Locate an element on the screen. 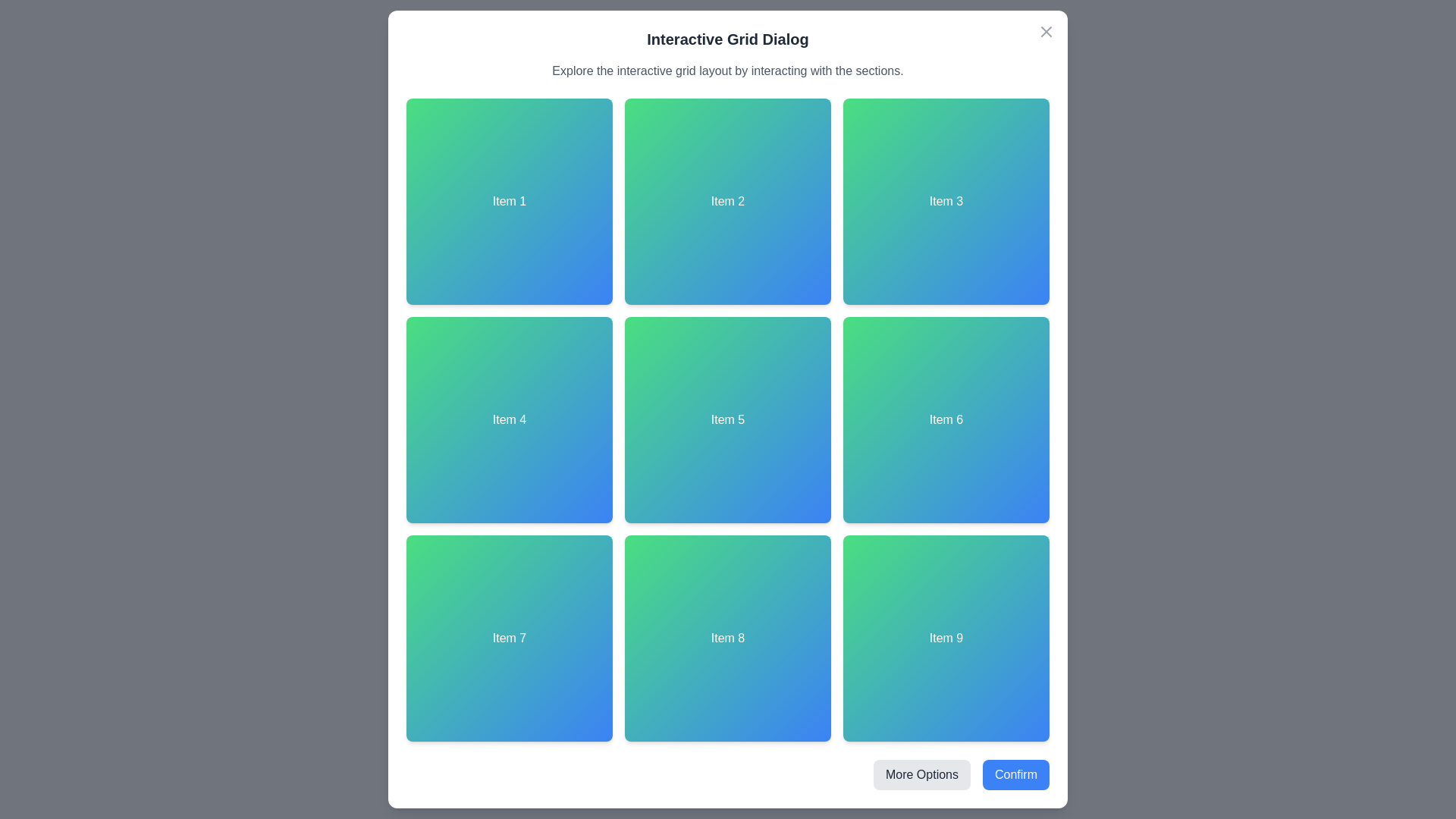 Image resolution: width=1456 pixels, height=819 pixels. 'More Options' button located at the bottom-right of the dialog is located at coordinates (921, 775).